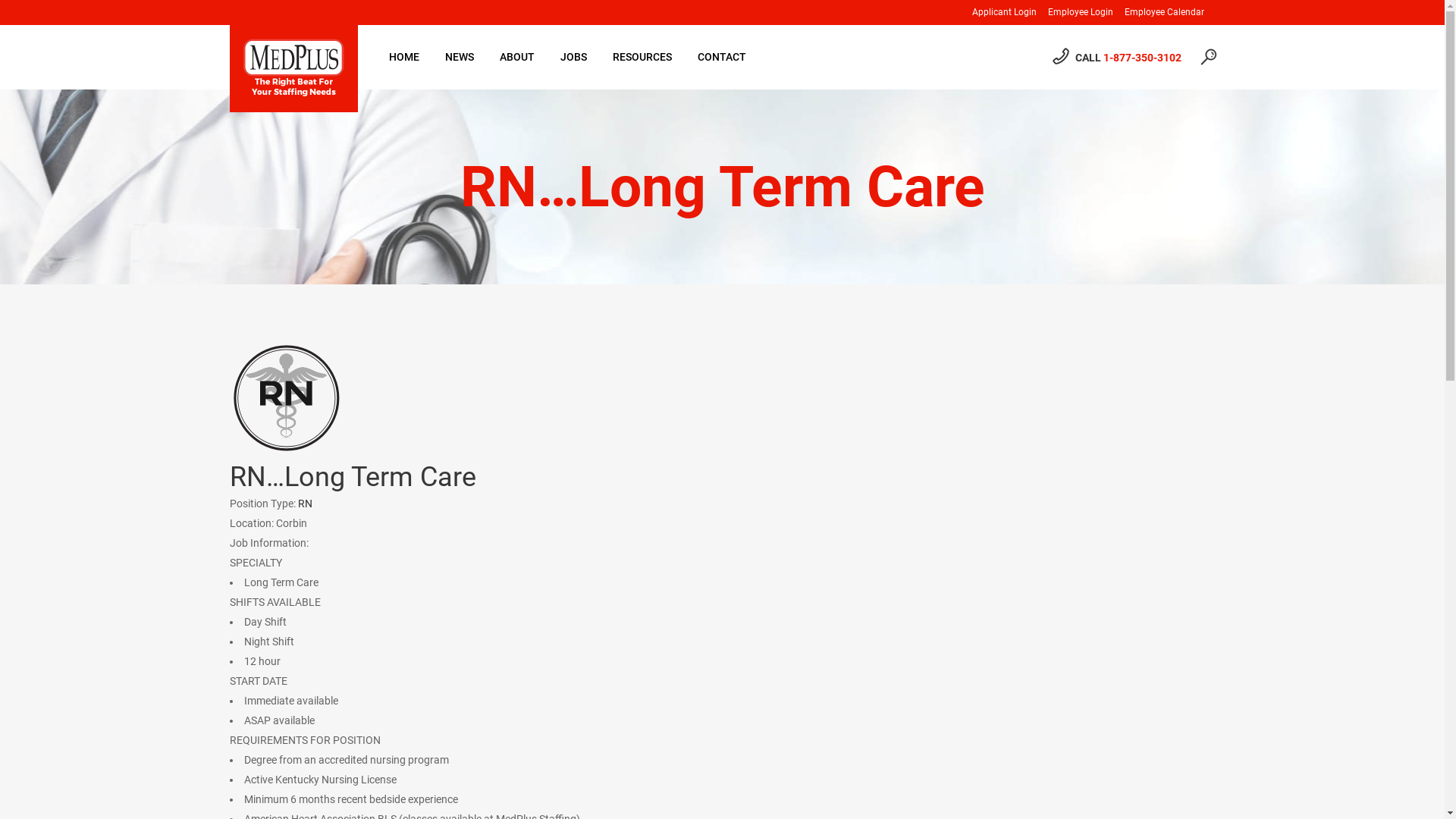 The width and height of the screenshot is (1456, 819). I want to click on 'CONTACT', so click(683, 56).